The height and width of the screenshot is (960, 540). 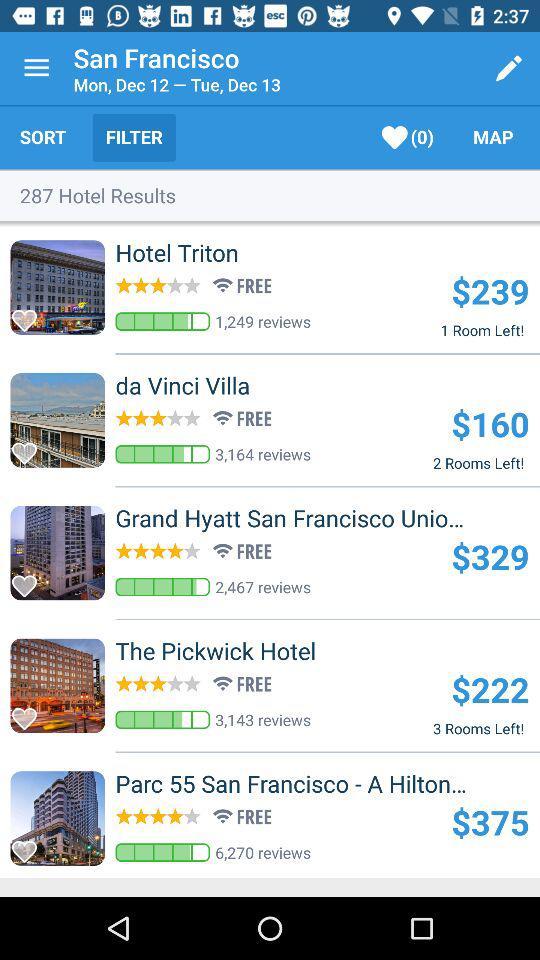 I want to click on 2,467 reviews item, so click(x=263, y=587).